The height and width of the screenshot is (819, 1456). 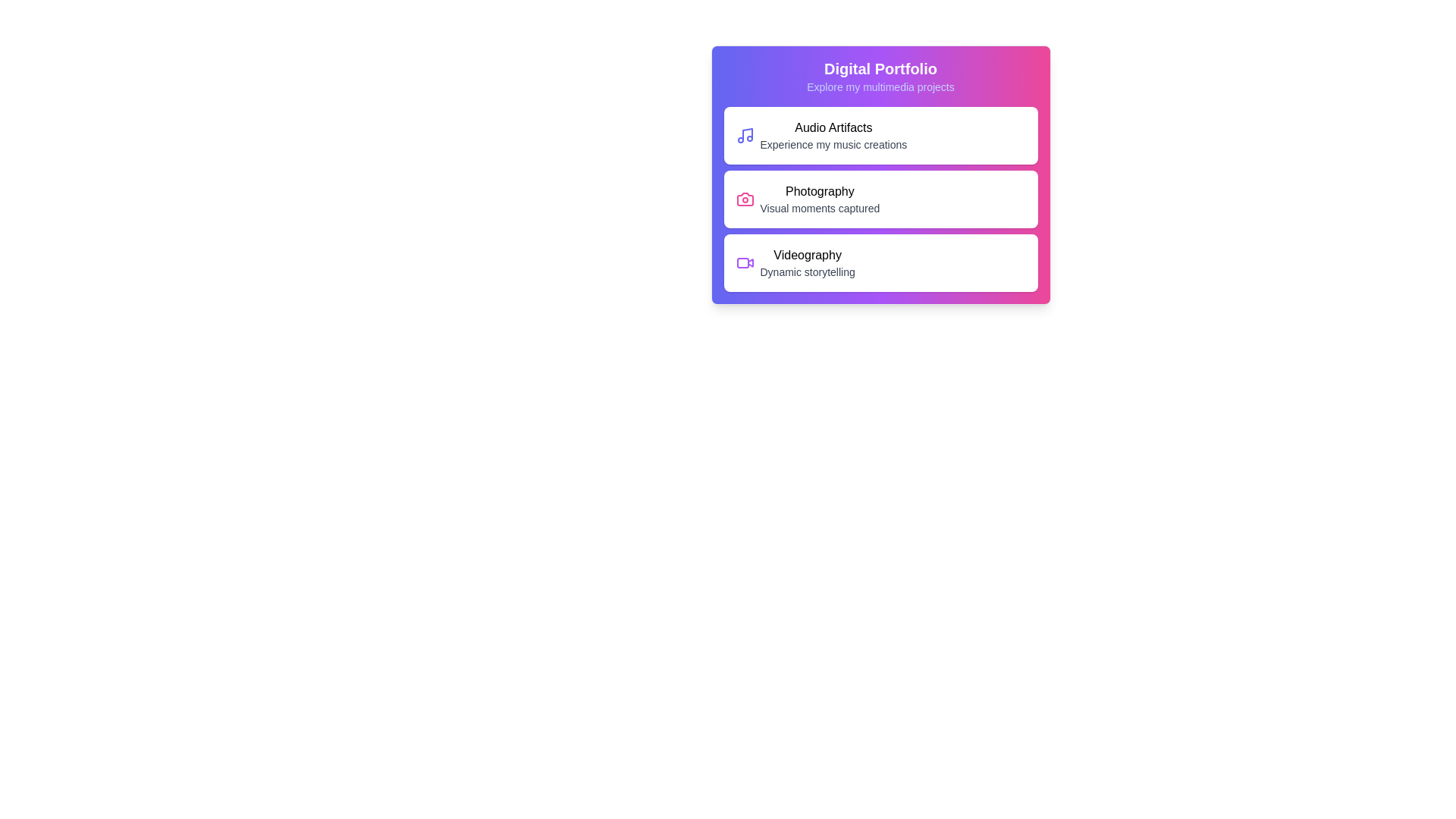 I want to click on the List item with the title 'Videography' and subtitle 'Dynamic storytelling', so click(x=807, y=262).